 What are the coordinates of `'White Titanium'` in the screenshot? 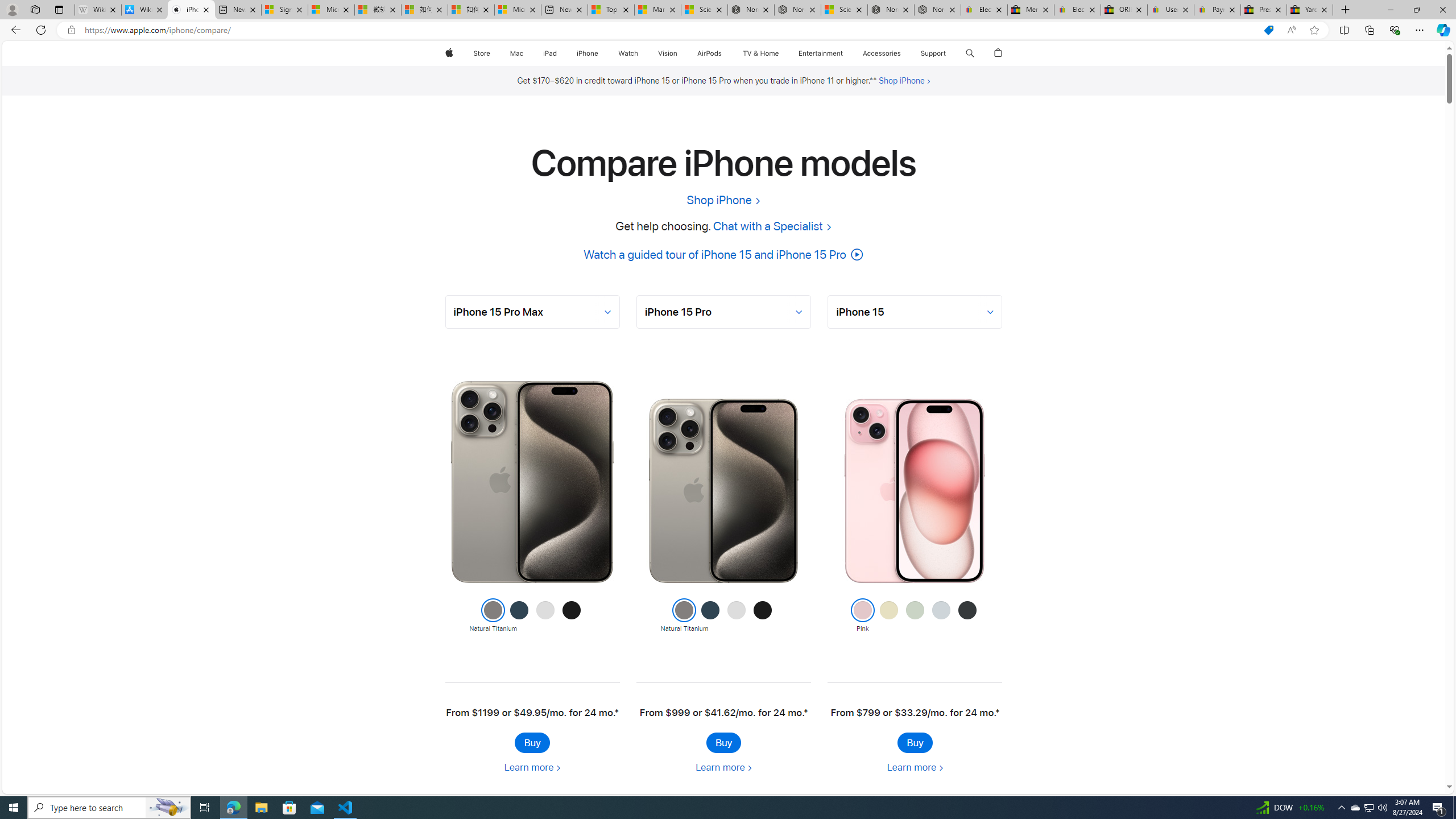 It's located at (737, 616).